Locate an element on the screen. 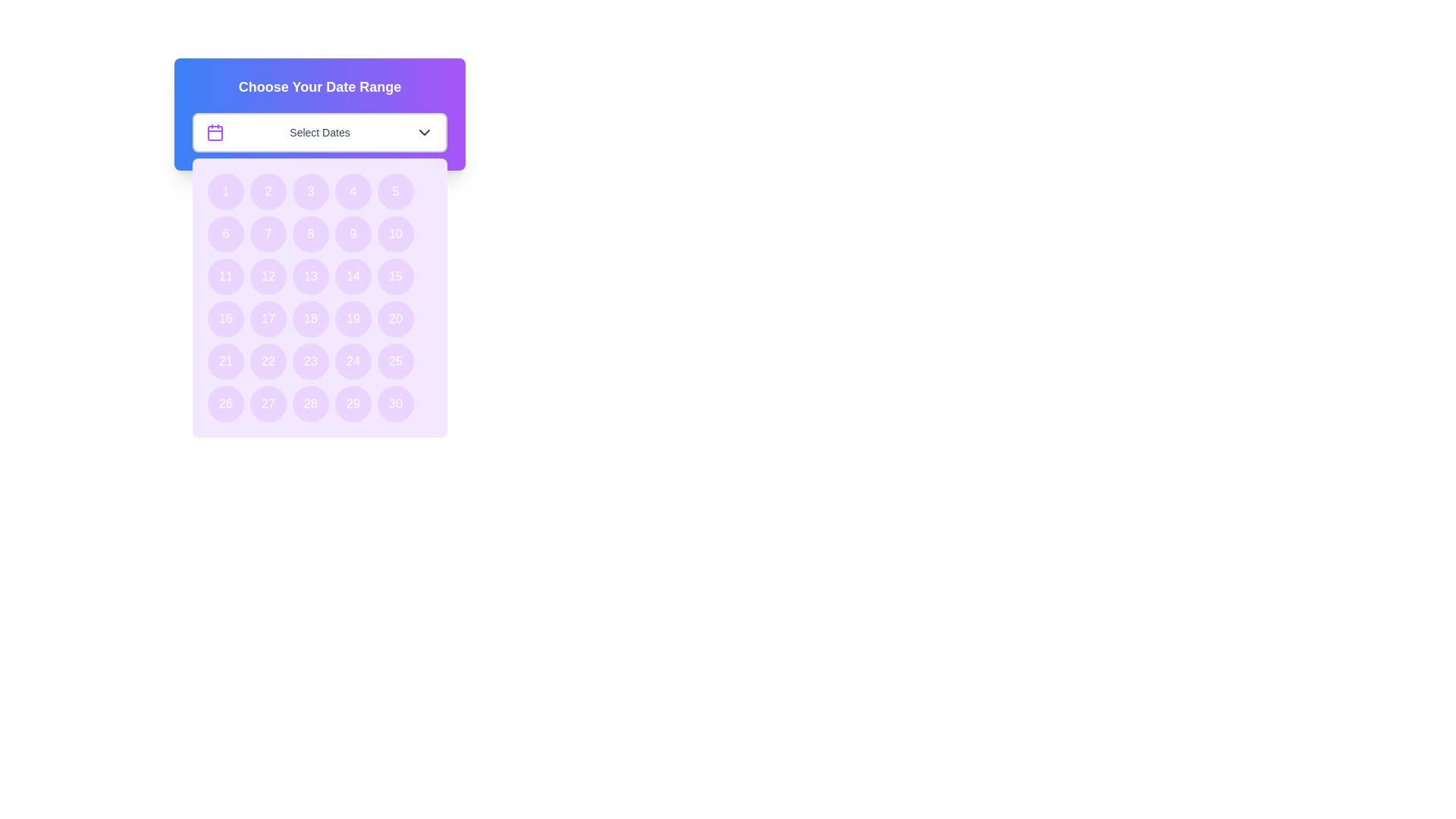 The height and width of the screenshot is (819, 1456). the circular button with a light purple background displaying the number '17' is located at coordinates (268, 318).